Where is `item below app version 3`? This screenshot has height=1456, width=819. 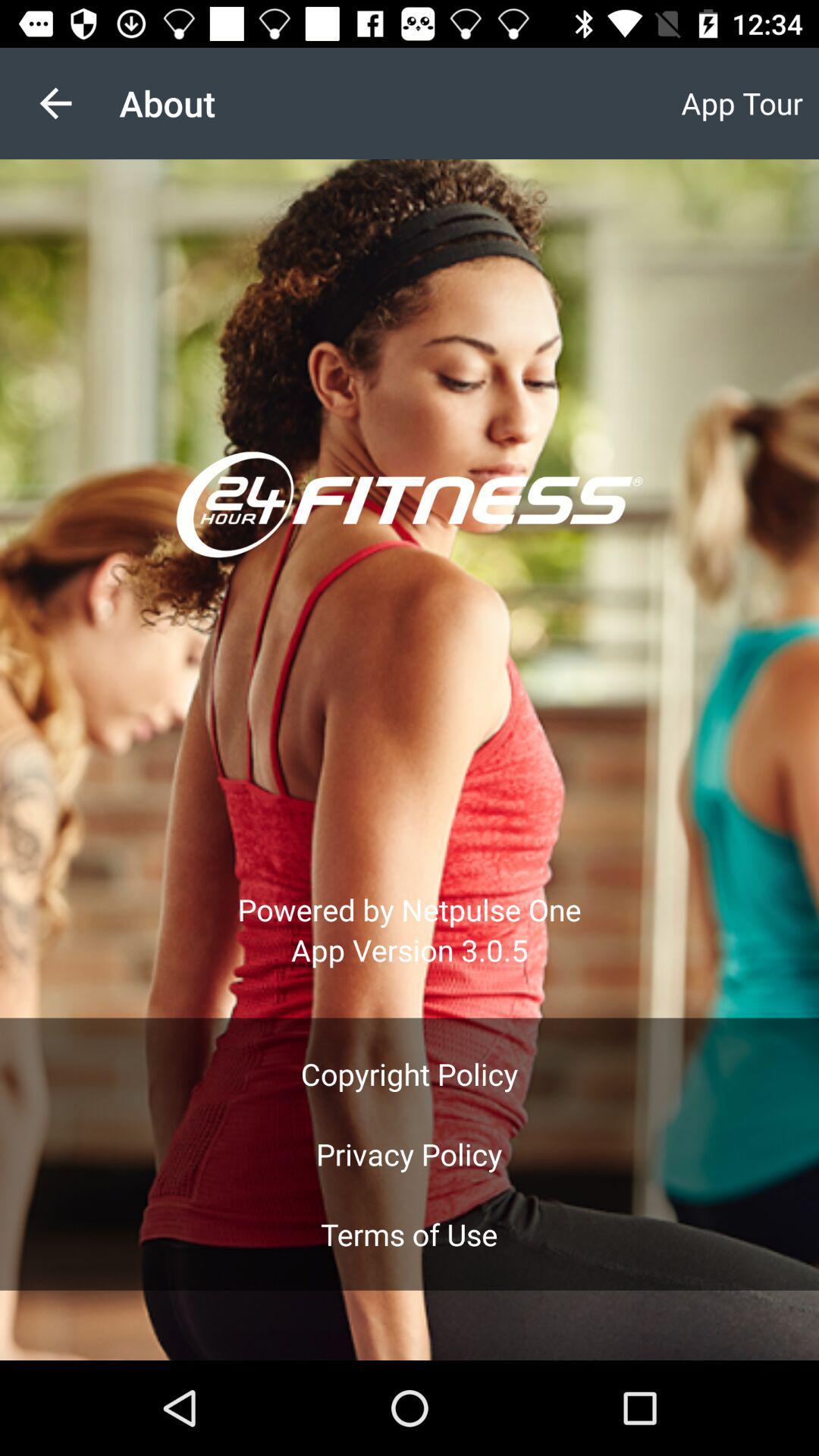 item below app version 3 is located at coordinates (409, 1073).